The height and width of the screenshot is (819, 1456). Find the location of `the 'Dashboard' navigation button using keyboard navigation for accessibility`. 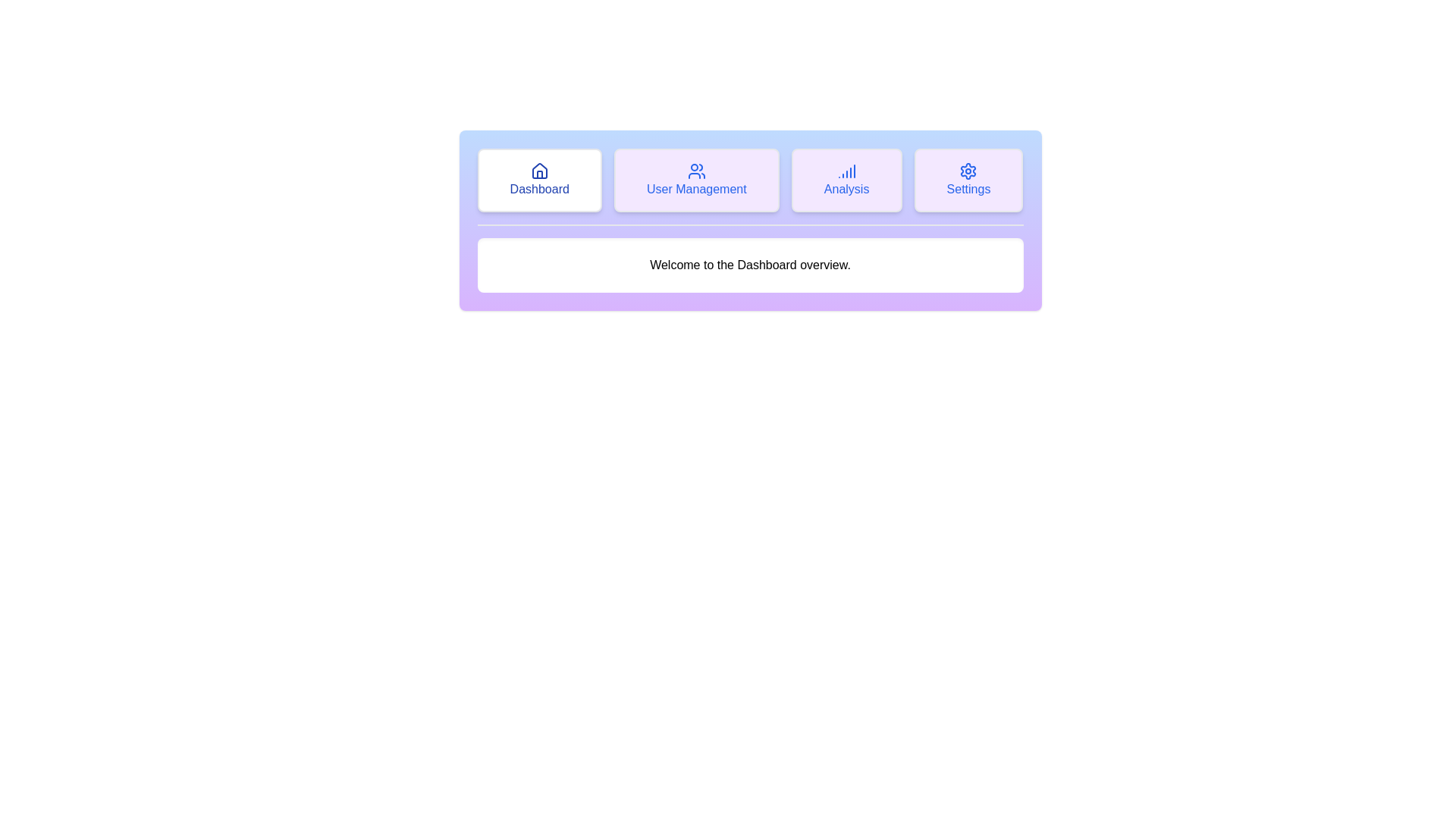

the 'Dashboard' navigation button using keyboard navigation for accessibility is located at coordinates (539, 180).